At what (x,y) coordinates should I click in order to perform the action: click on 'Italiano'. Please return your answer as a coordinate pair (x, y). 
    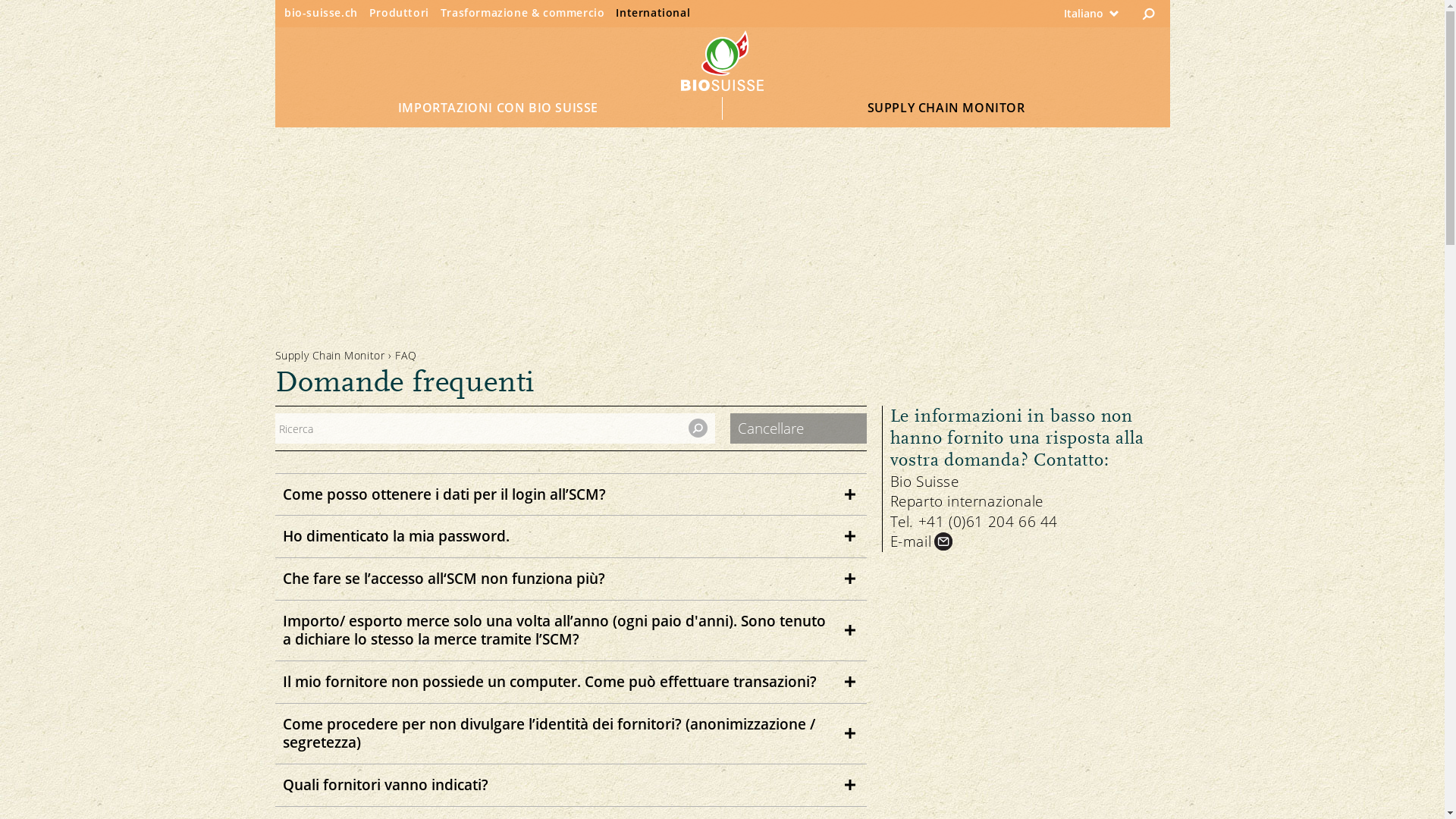
    Looking at the image, I should click on (1053, 14).